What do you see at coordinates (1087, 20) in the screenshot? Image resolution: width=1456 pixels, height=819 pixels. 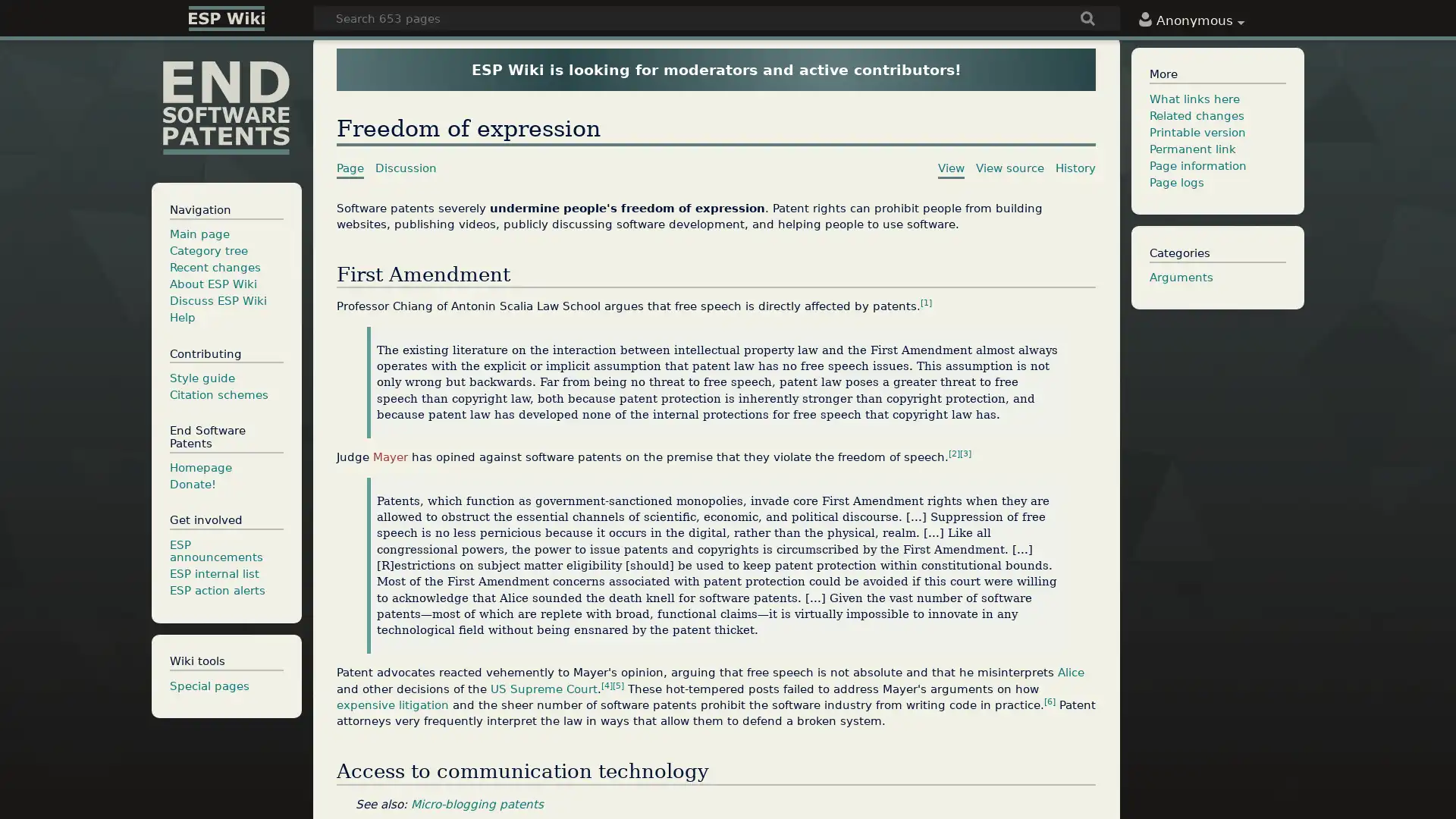 I see `Go` at bounding box center [1087, 20].